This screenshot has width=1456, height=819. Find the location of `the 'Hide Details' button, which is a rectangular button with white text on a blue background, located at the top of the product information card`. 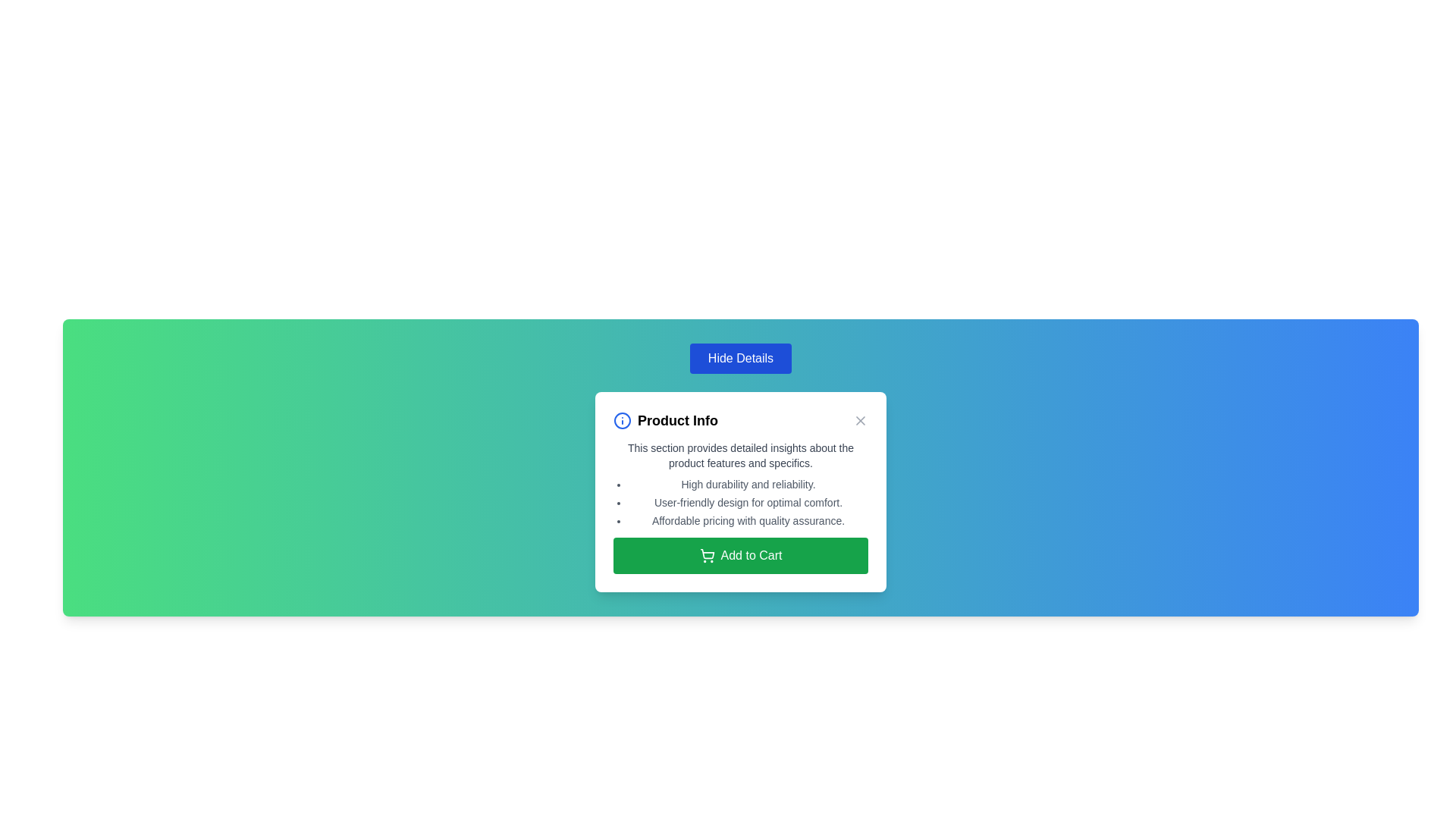

the 'Hide Details' button, which is a rectangular button with white text on a blue background, located at the top of the product information card is located at coordinates (740, 359).